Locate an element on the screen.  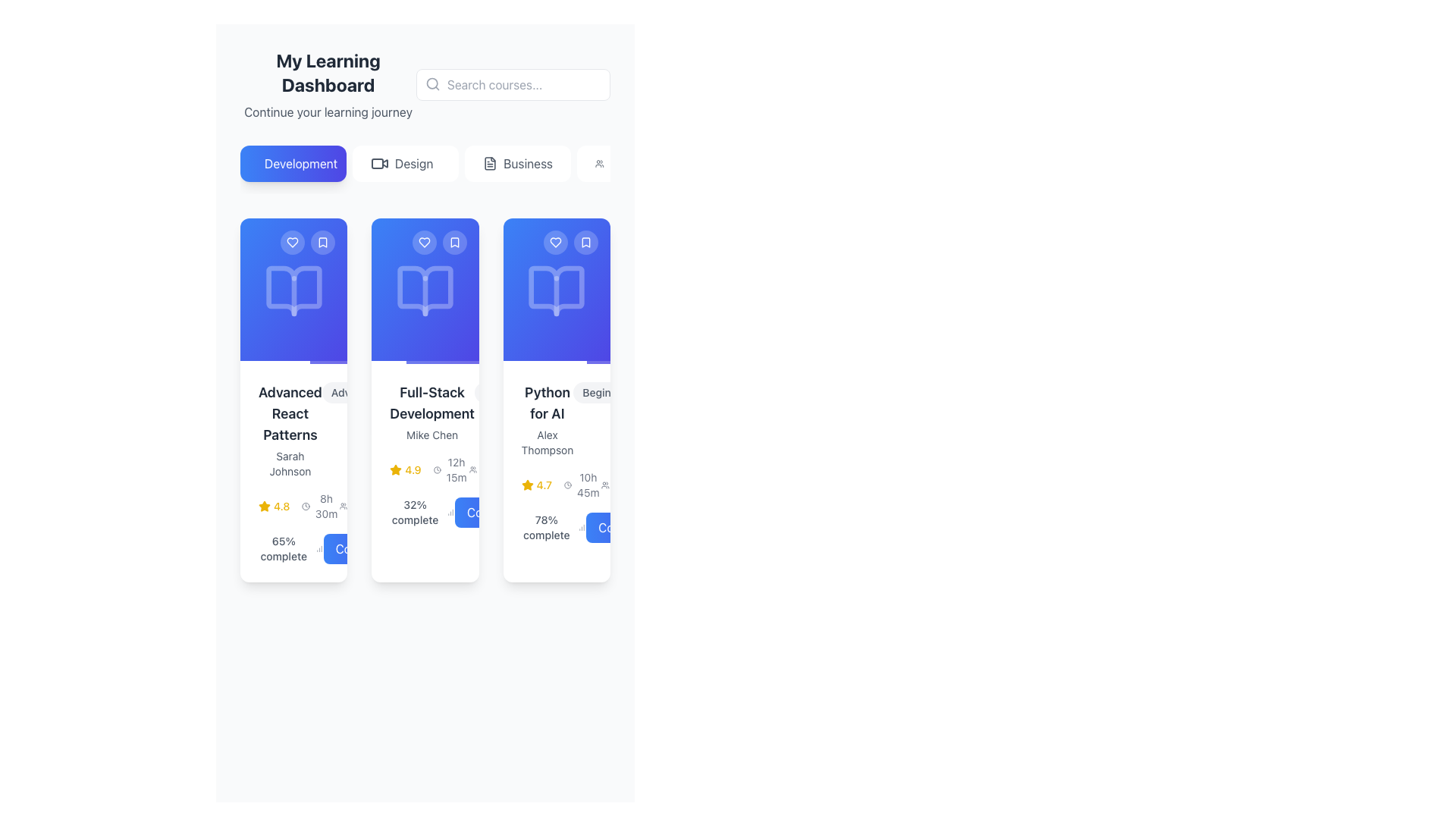
the bookmark icon located at the top right of the second card, which is part of a group of three horizontal icons is located at coordinates (322, 242).